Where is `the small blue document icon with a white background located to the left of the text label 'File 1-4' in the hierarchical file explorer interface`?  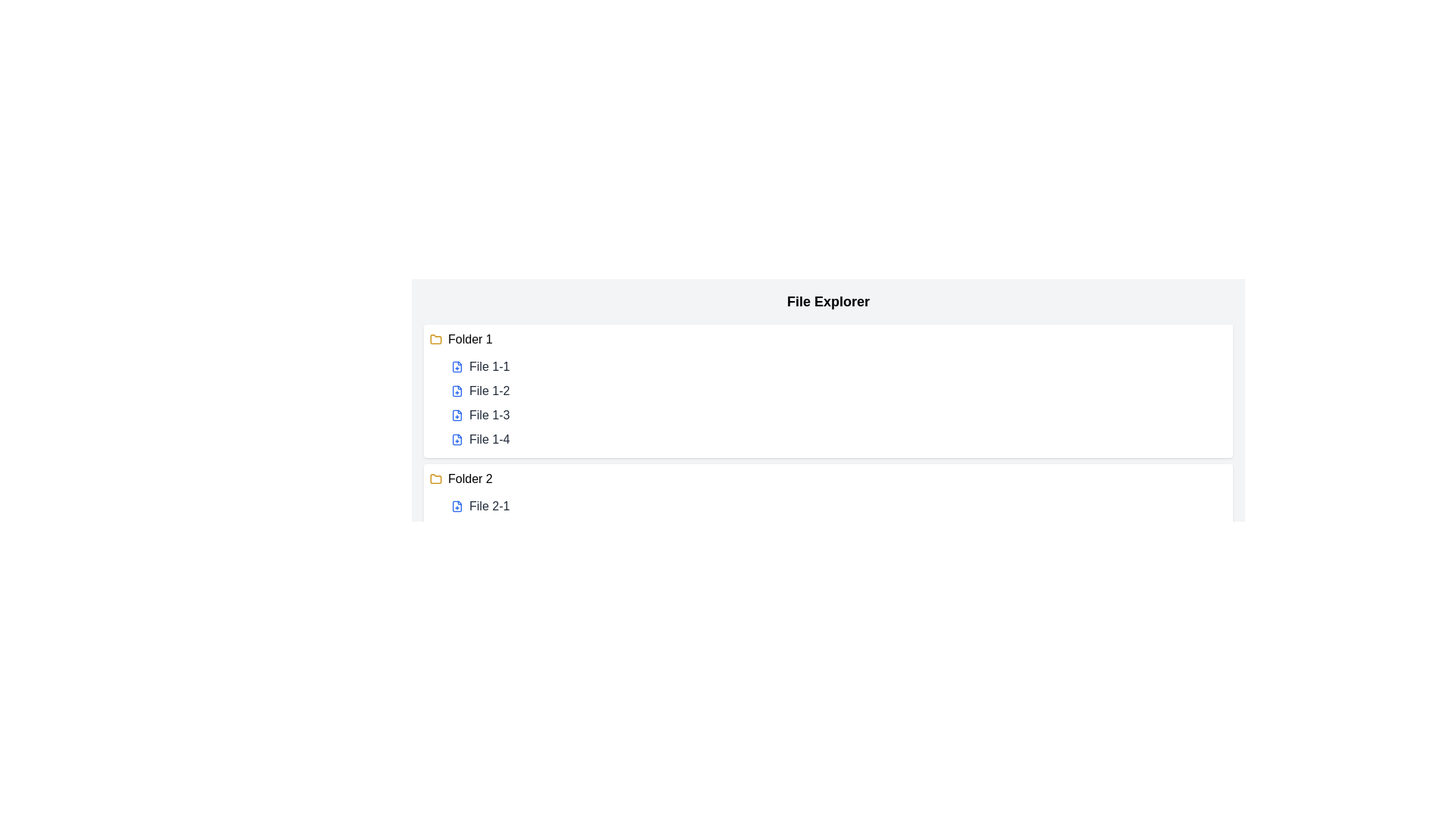
the small blue document icon with a white background located to the left of the text label 'File 1-4' in the hierarchical file explorer interface is located at coordinates (457, 439).